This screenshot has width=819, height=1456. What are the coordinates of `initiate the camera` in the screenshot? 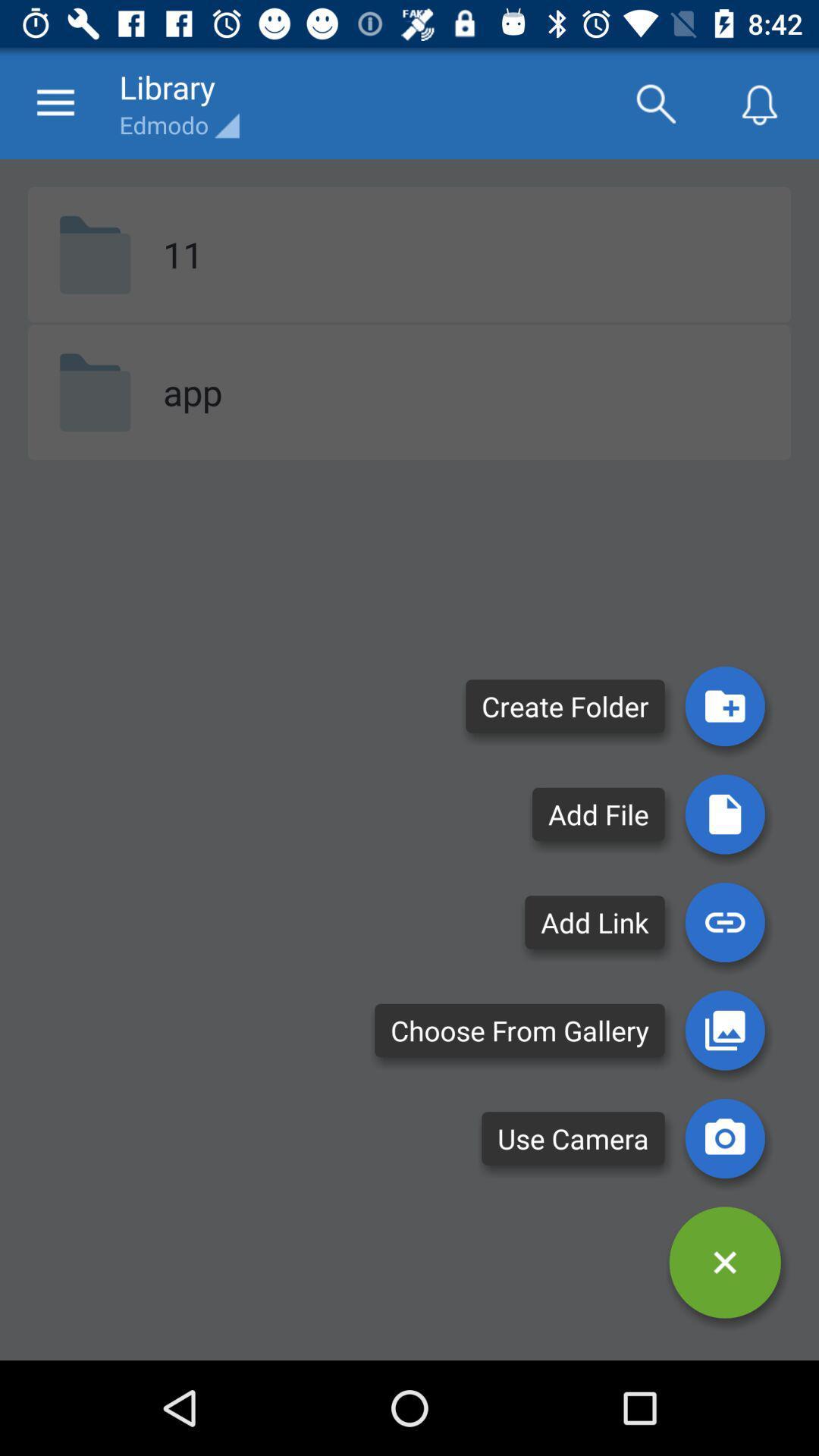 It's located at (724, 1138).